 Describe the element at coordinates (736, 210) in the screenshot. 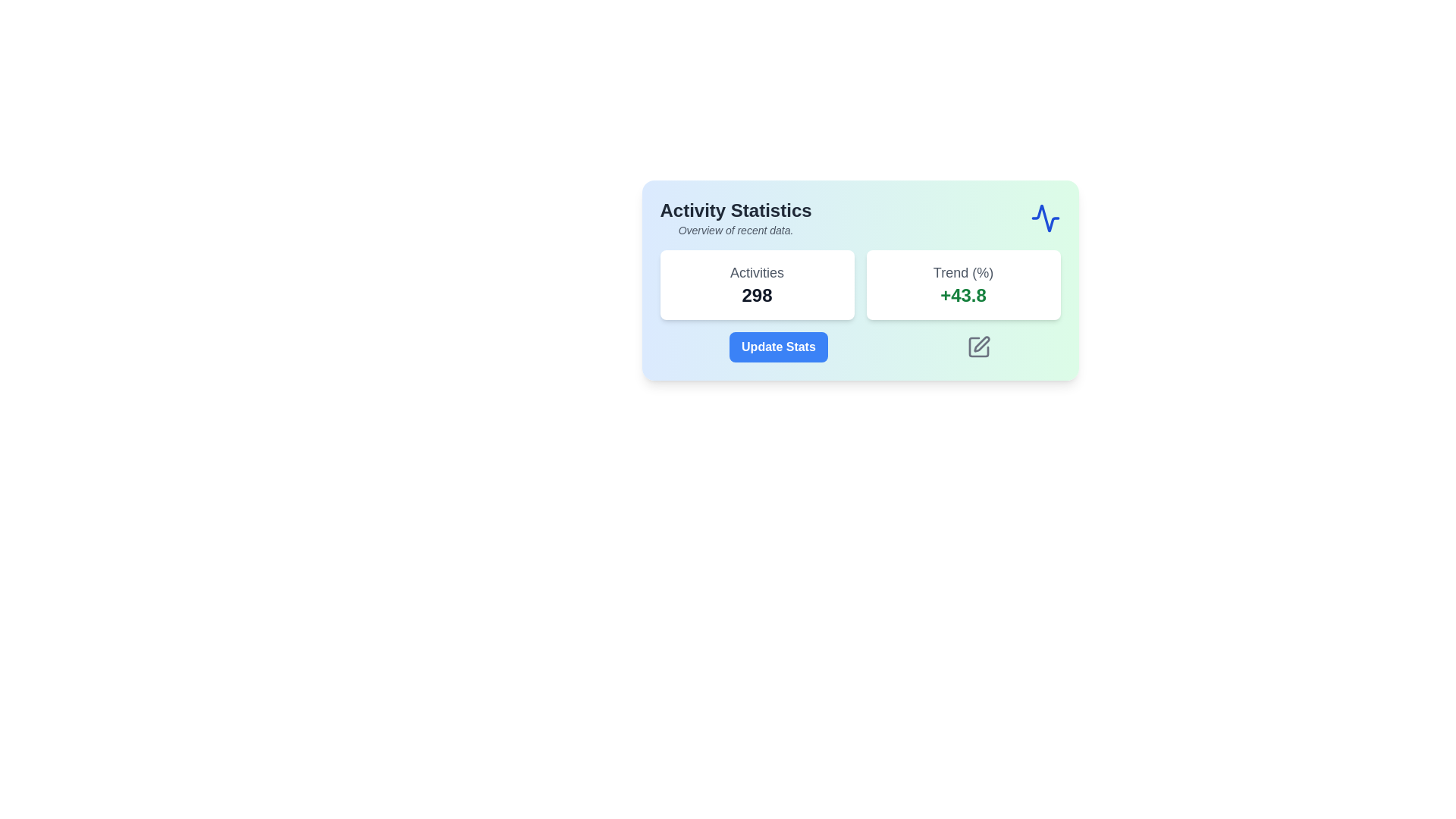

I see `the 'Activity Statistics' text label, which is prominently displayed in a larger, bold font and is dark gray in color, located in the upper-left corner of a card layout` at that location.